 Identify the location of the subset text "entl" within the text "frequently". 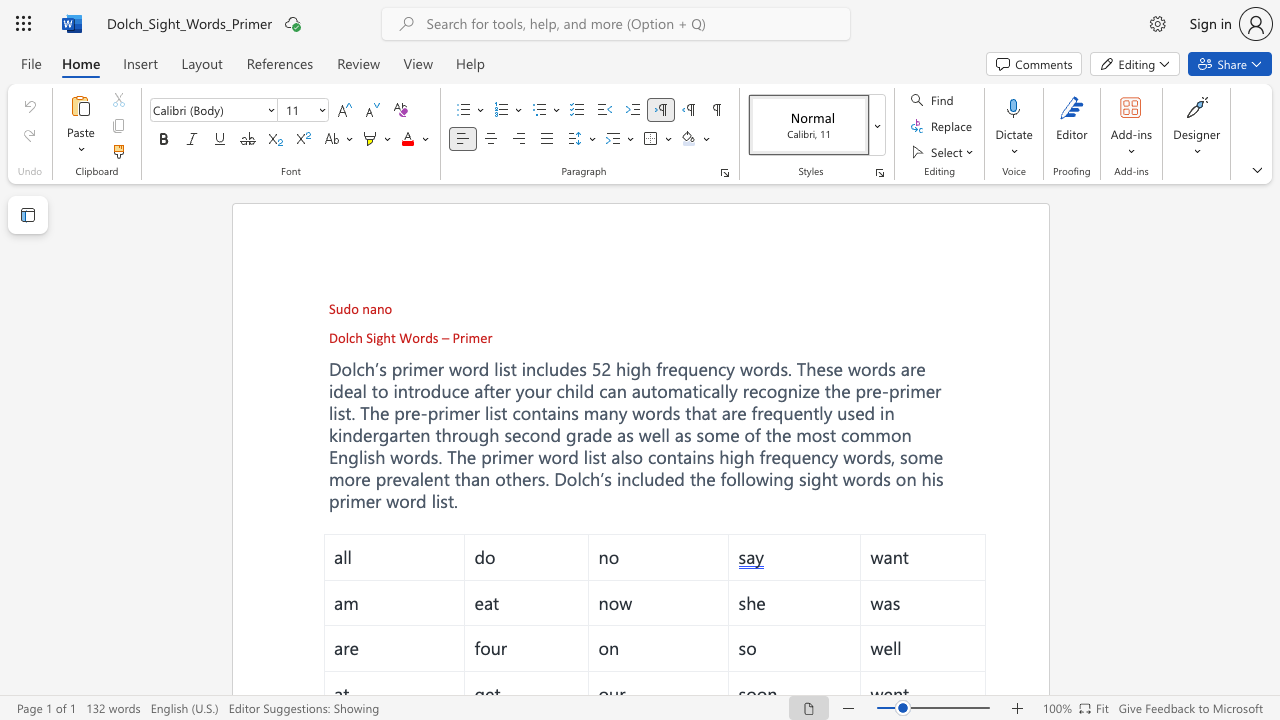
(792, 411).